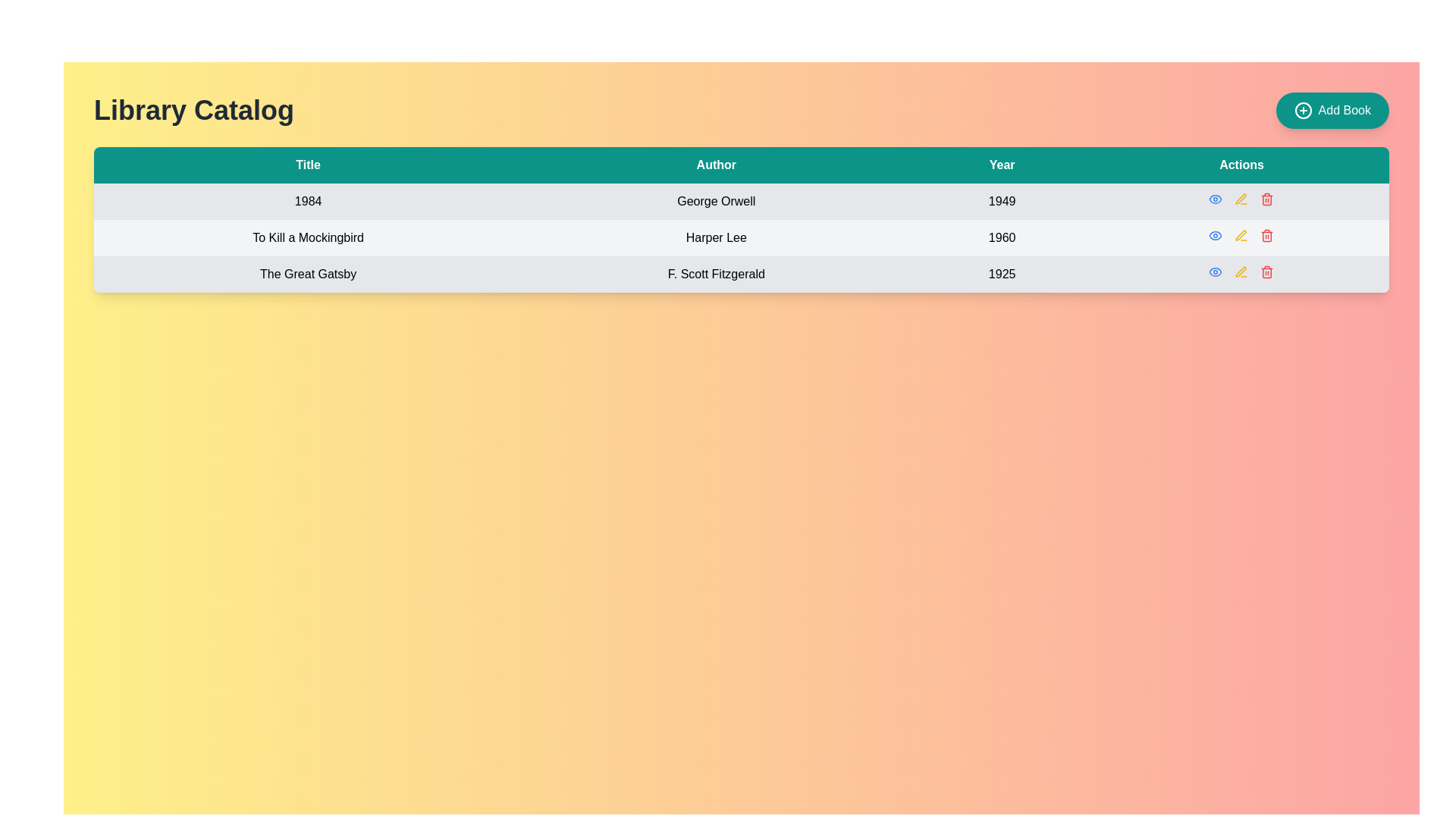 The image size is (1456, 819). I want to click on the edit button for the book 'To Kill a Mockingbird' in the 'Actions' column of the library catalog table to prepare for modification, so click(1241, 236).